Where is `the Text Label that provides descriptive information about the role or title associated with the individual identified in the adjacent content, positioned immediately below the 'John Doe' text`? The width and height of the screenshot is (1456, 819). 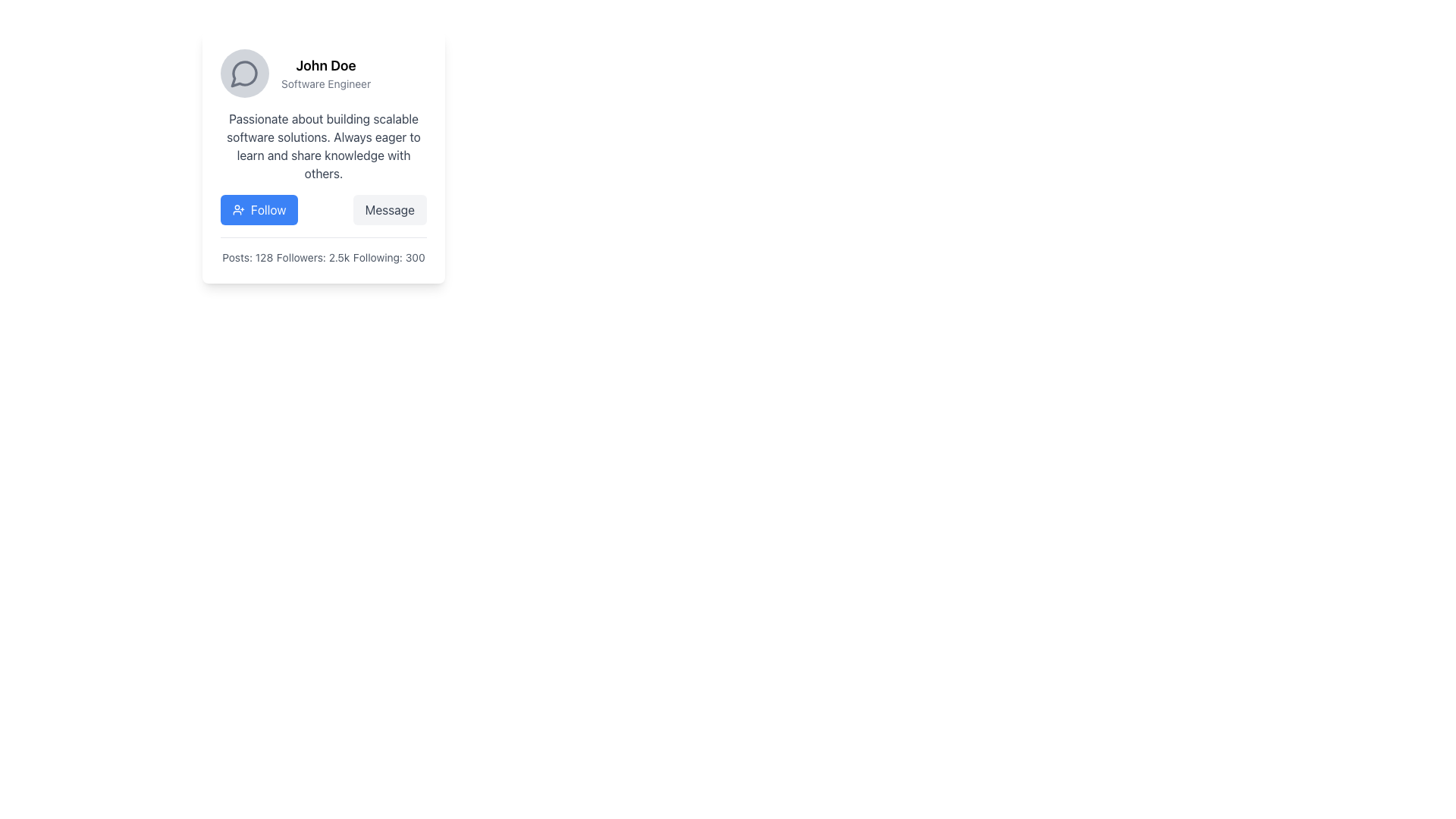 the Text Label that provides descriptive information about the role or title associated with the individual identified in the adjacent content, positioned immediately below the 'John Doe' text is located at coordinates (325, 84).